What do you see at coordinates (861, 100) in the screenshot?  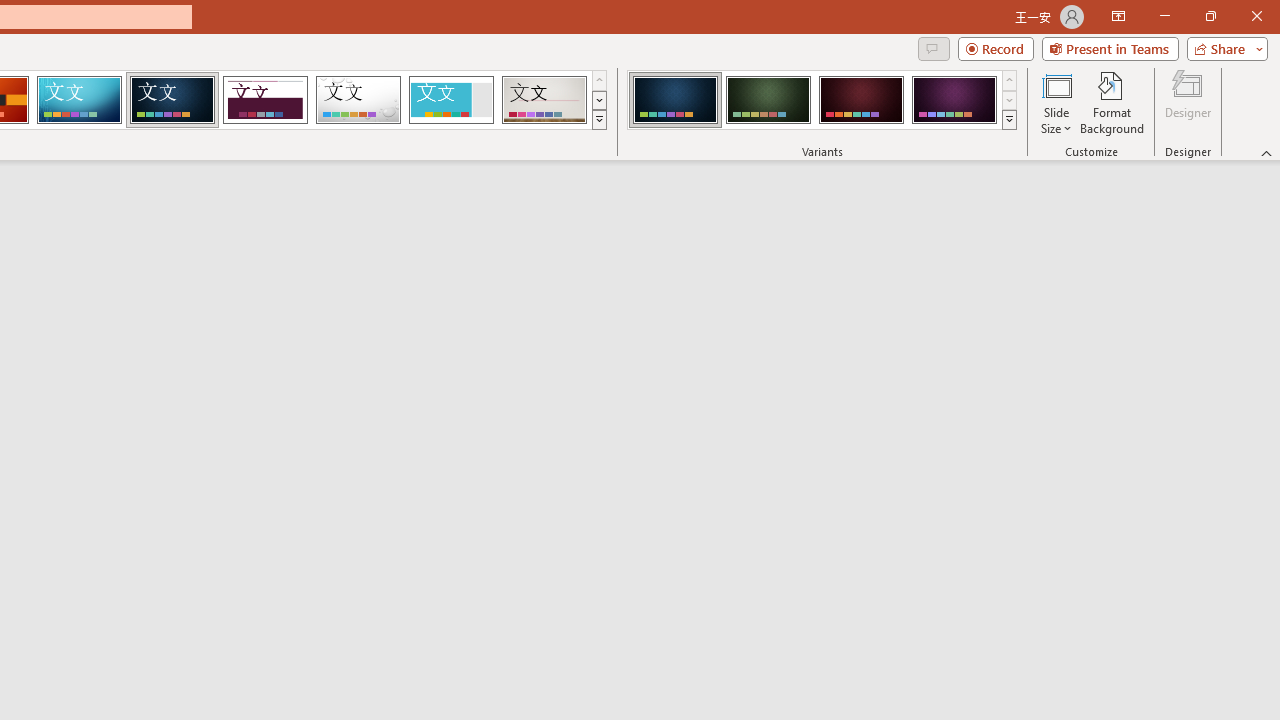 I see `'Damask Variant 3'` at bounding box center [861, 100].